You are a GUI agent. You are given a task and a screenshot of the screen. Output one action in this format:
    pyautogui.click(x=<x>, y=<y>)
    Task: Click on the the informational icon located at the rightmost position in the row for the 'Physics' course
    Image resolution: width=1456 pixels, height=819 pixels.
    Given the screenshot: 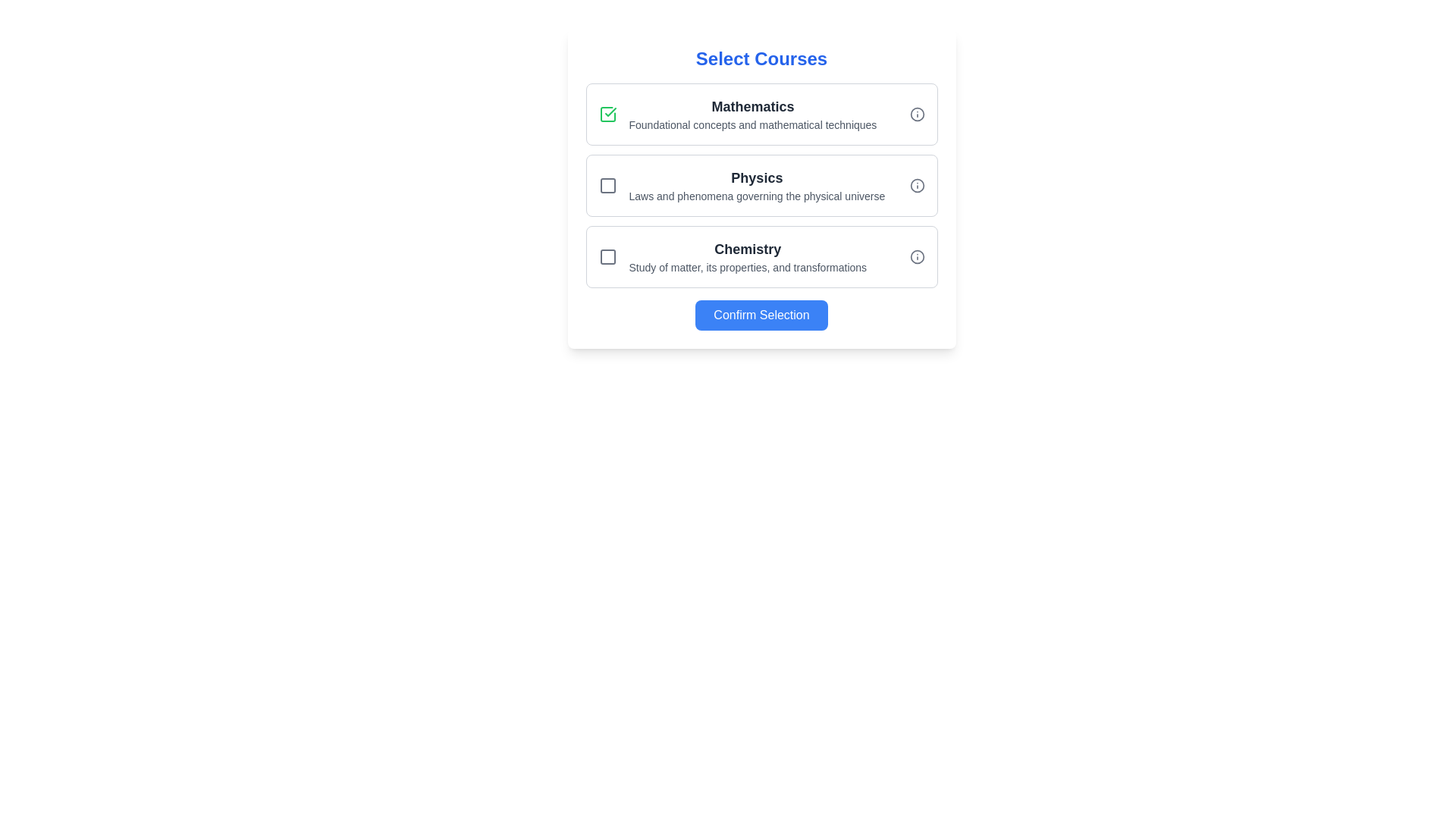 What is the action you would take?
    pyautogui.click(x=916, y=185)
    